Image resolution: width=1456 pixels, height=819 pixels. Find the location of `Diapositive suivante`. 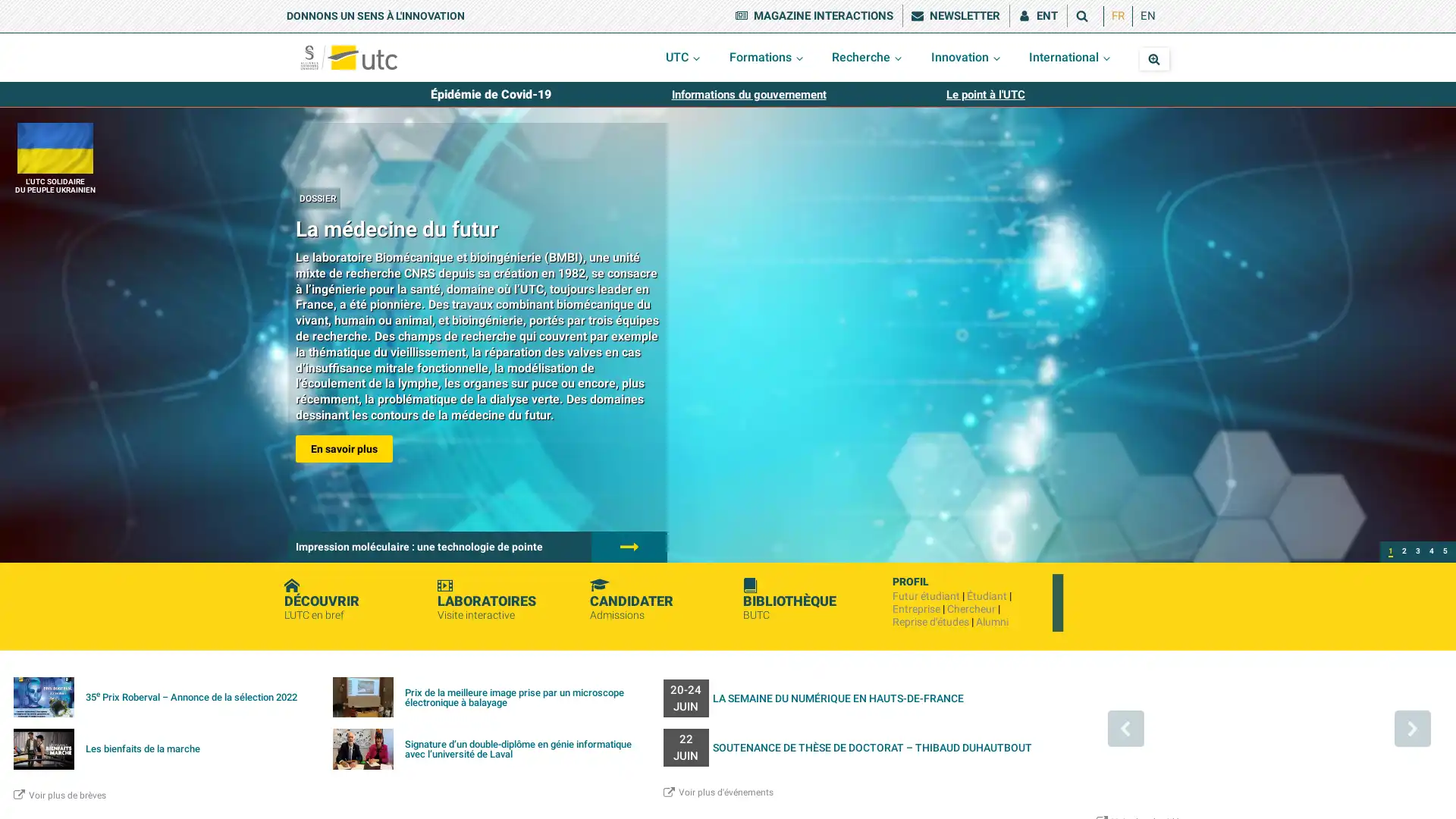

Diapositive suivante is located at coordinates (1411, 727).